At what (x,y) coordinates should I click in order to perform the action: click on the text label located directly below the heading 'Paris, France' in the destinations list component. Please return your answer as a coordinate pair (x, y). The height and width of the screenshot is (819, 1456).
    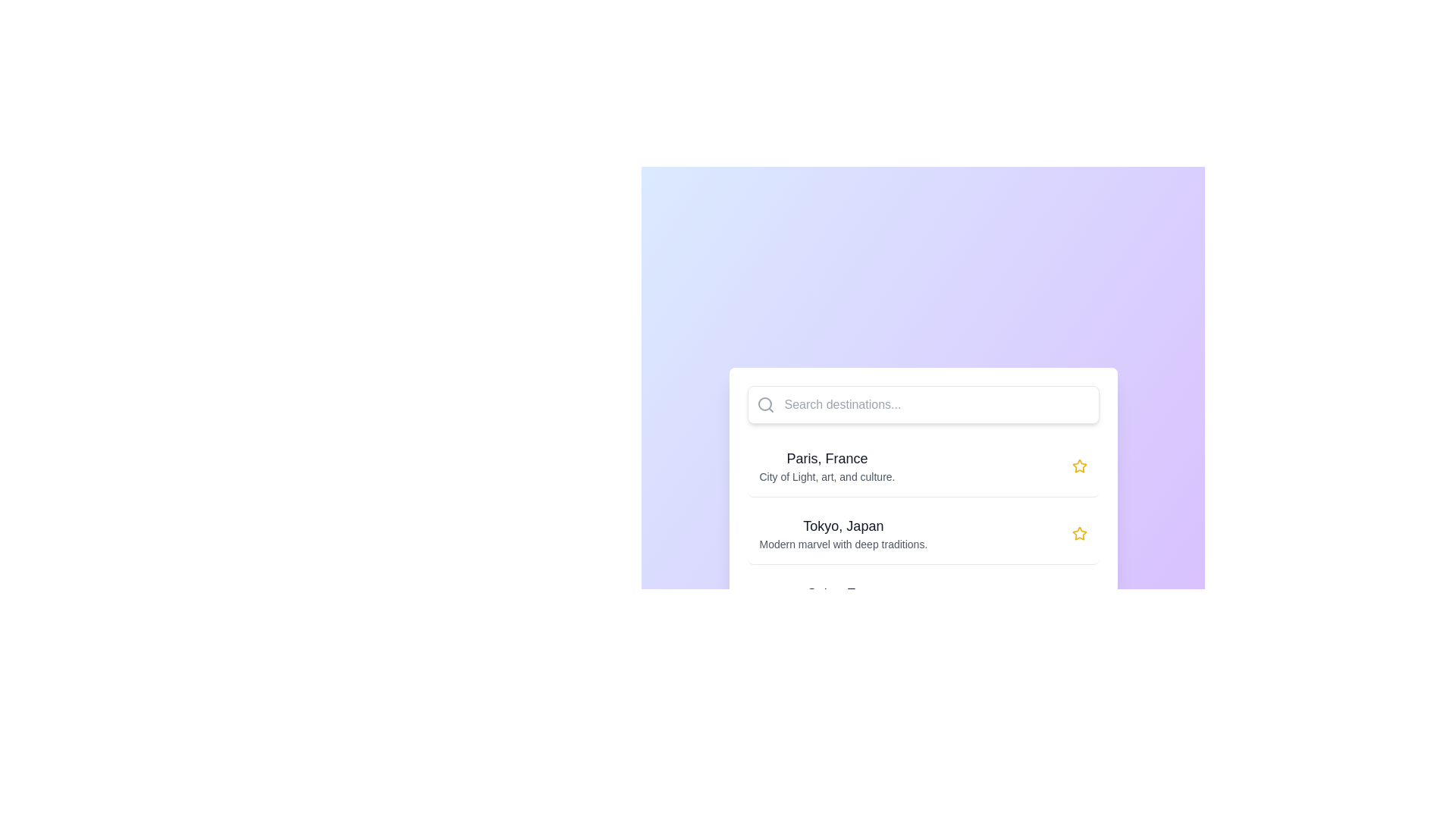
    Looking at the image, I should click on (826, 475).